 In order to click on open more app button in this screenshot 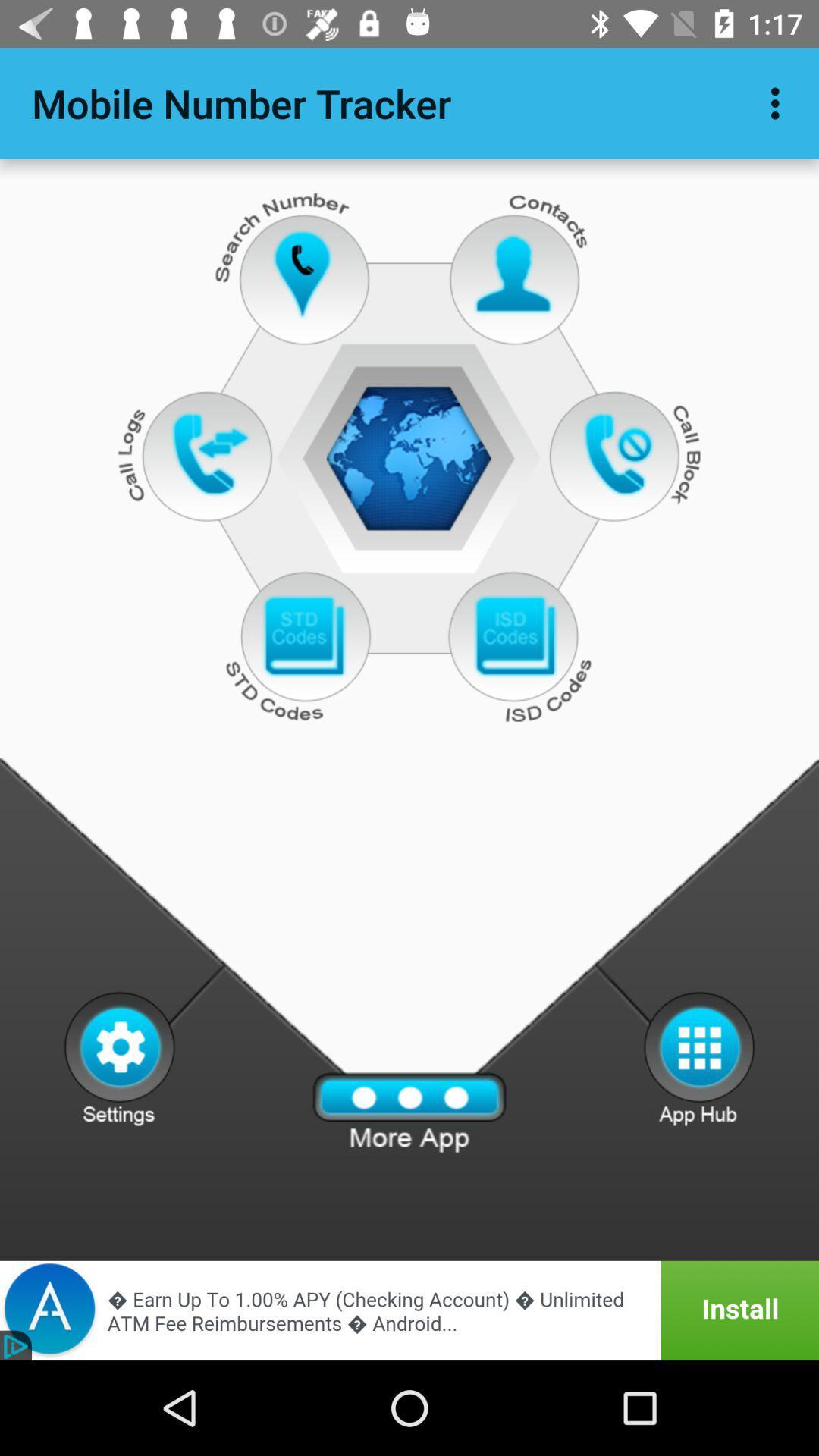, I will do `click(409, 1112)`.